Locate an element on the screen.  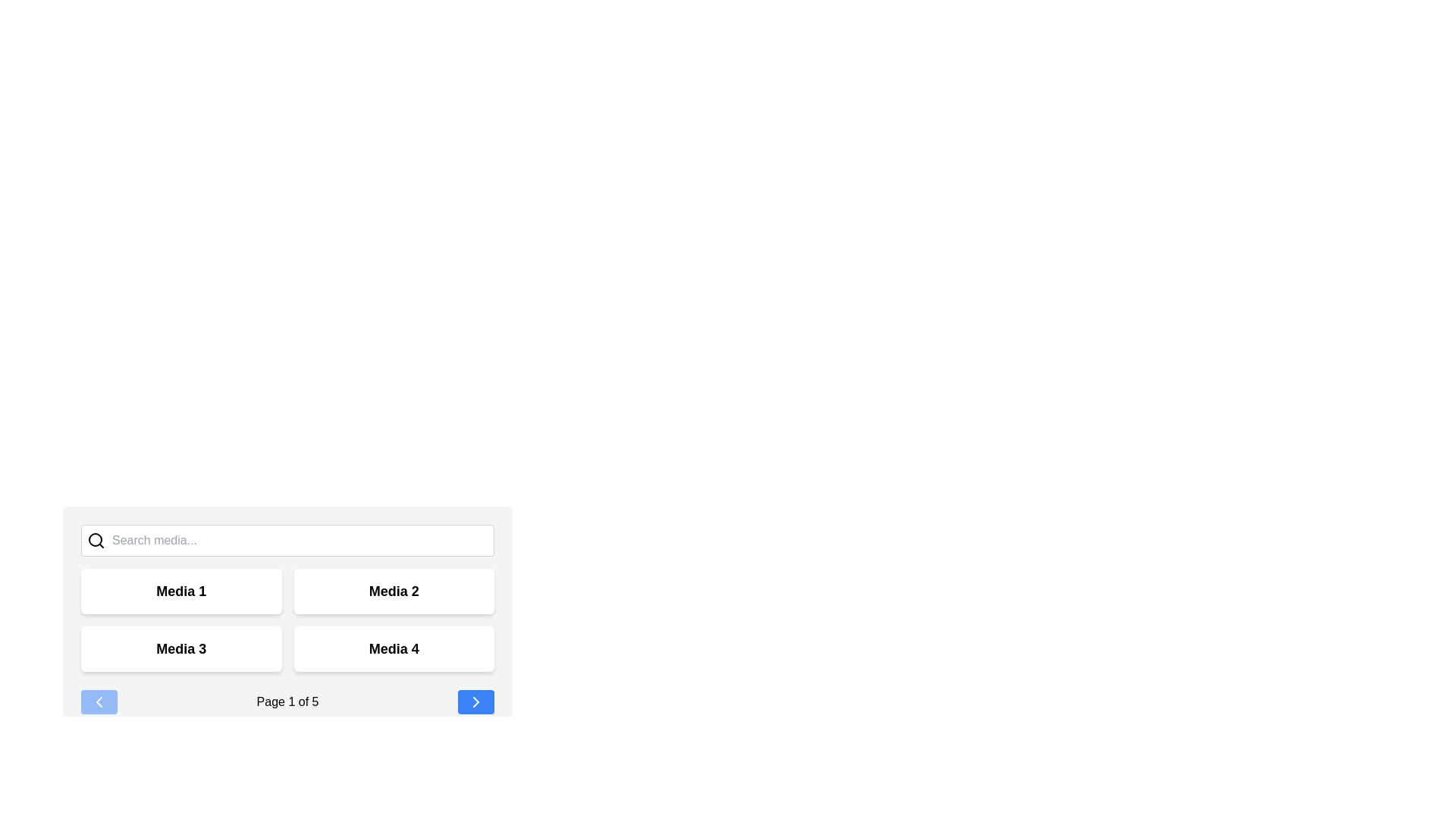
the search icon resembling a magnifying glass, which is positioned to the left of the text input field is located at coordinates (95, 540).